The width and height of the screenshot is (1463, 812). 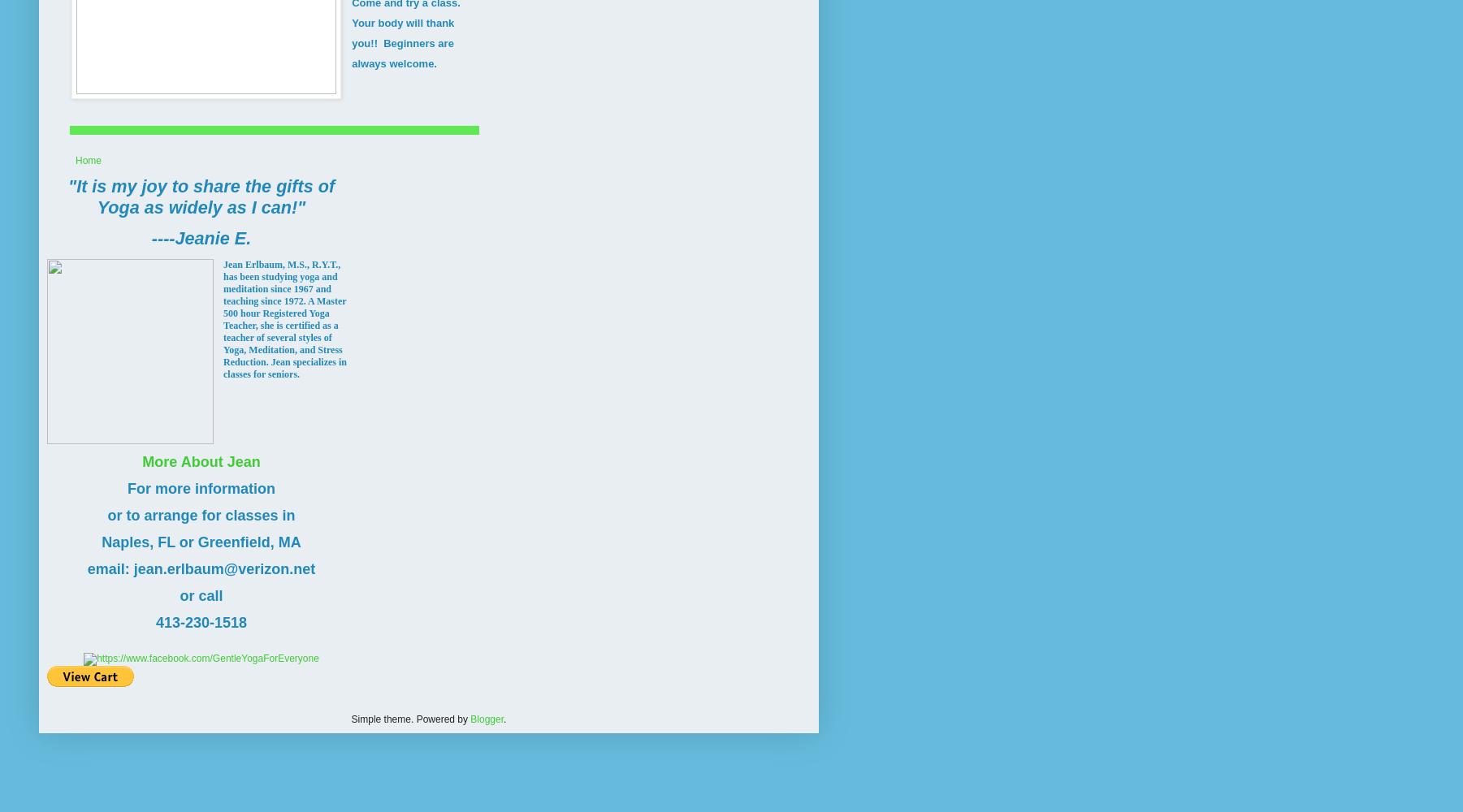 What do you see at coordinates (67, 195) in the screenshot?
I see `'"It is my joy to share the gifts of Yoga as widely as I can!"'` at bounding box center [67, 195].